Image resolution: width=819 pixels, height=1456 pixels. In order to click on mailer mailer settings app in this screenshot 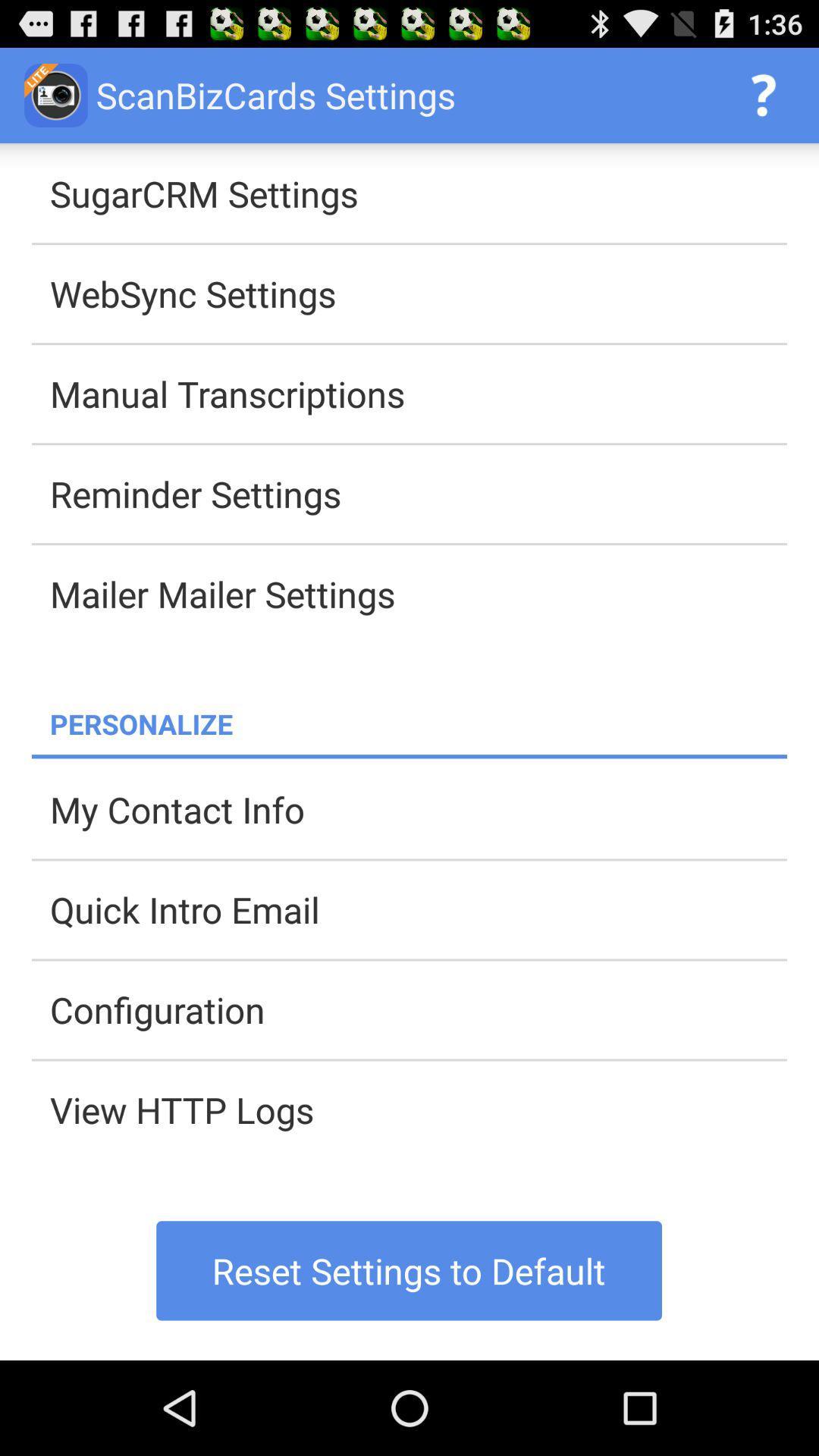, I will do `click(418, 593)`.